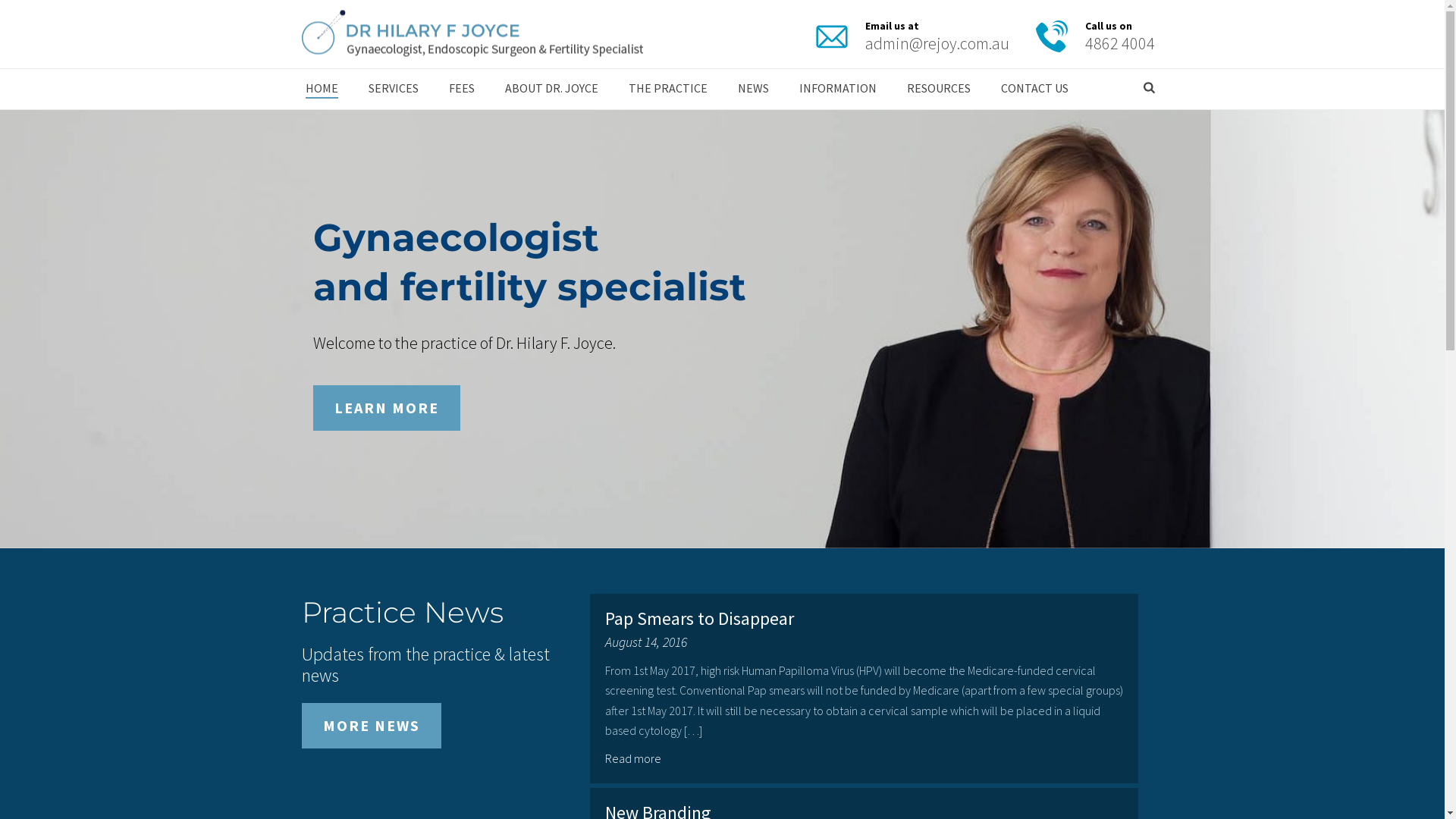 The image size is (1456, 819). Describe the element at coordinates (667, 89) in the screenshot. I see `'THE PRACTICE'` at that location.